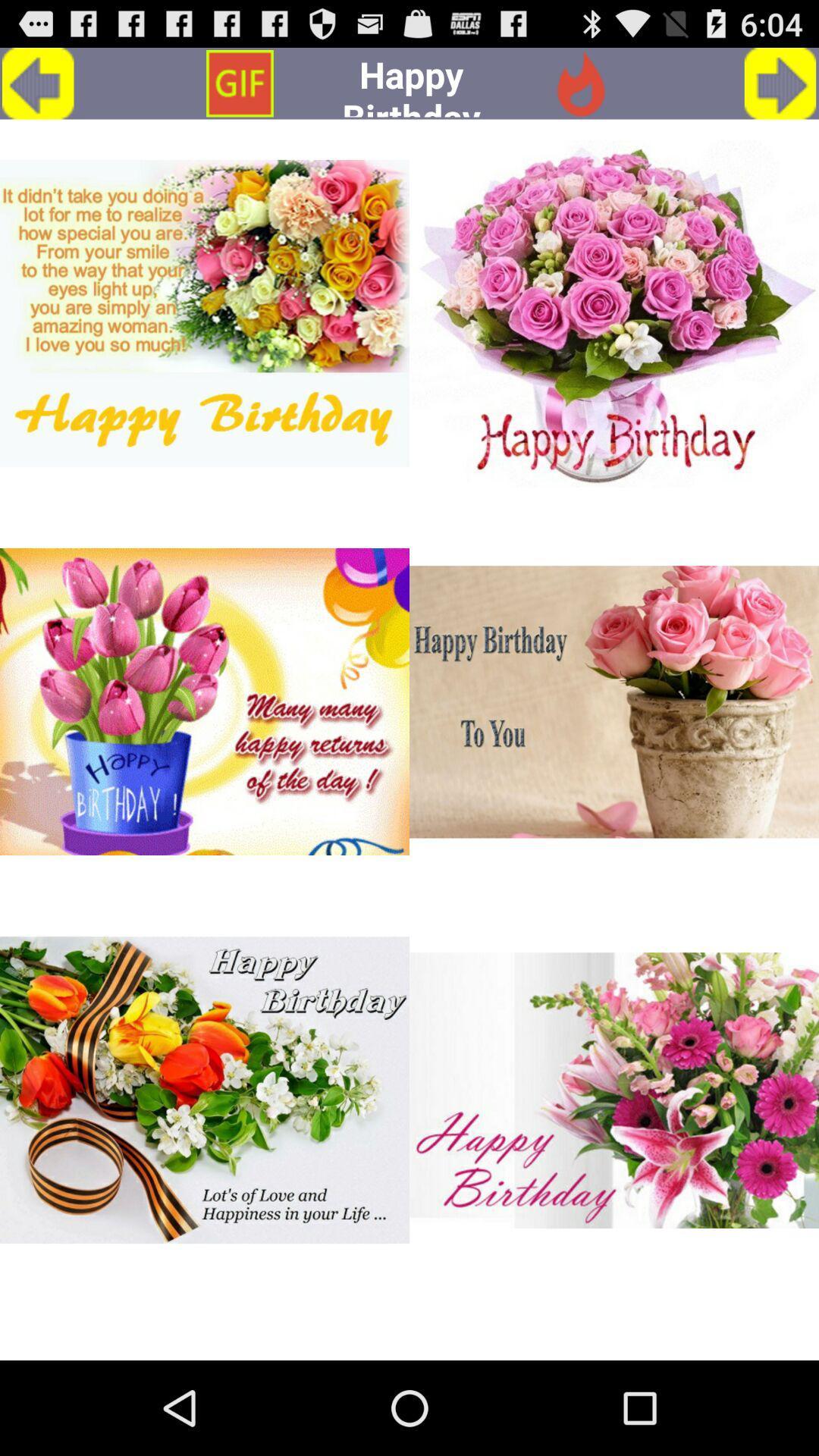 The image size is (819, 1456). I want to click on the second image from top right, so click(614, 701).